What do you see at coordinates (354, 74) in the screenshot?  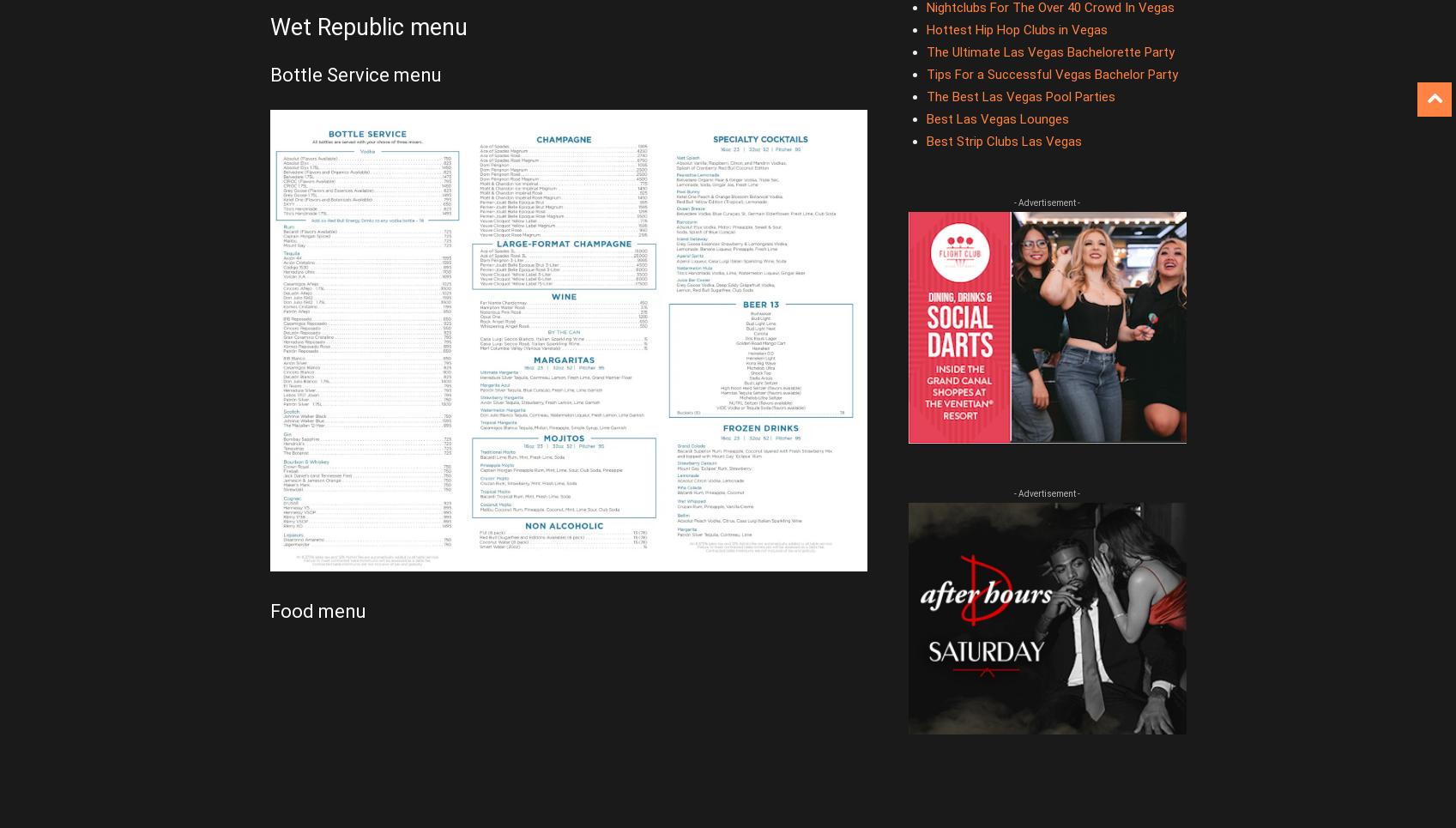 I see `'Bottle Service menu'` at bounding box center [354, 74].